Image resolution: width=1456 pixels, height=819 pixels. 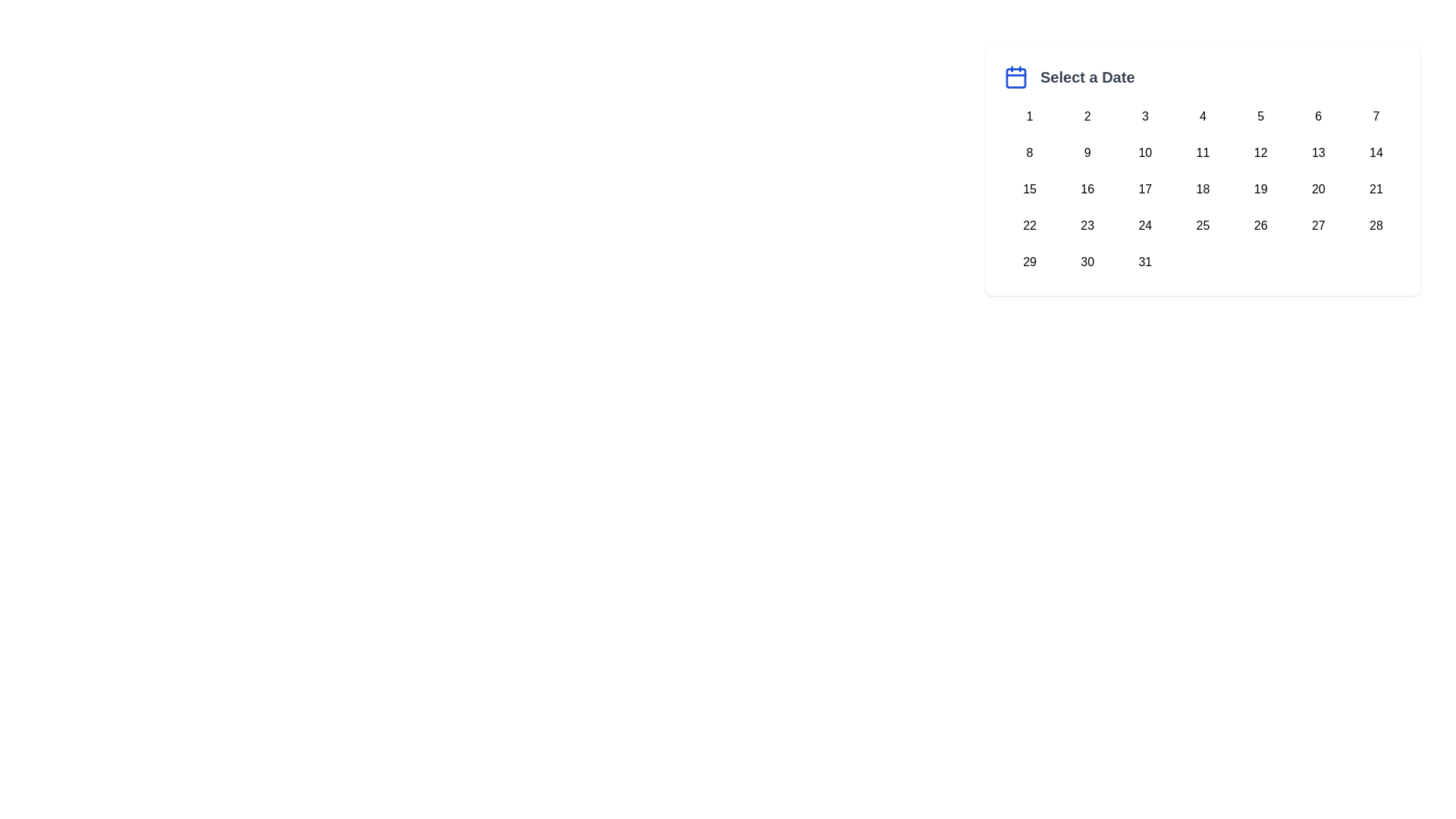 What do you see at coordinates (1202, 189) in the screenshot?
I see `the selectable dates within the grid of the calendar interface, which is centered horizontally within a card with a calendar icon and header text` at bounding box center [1202, 189].